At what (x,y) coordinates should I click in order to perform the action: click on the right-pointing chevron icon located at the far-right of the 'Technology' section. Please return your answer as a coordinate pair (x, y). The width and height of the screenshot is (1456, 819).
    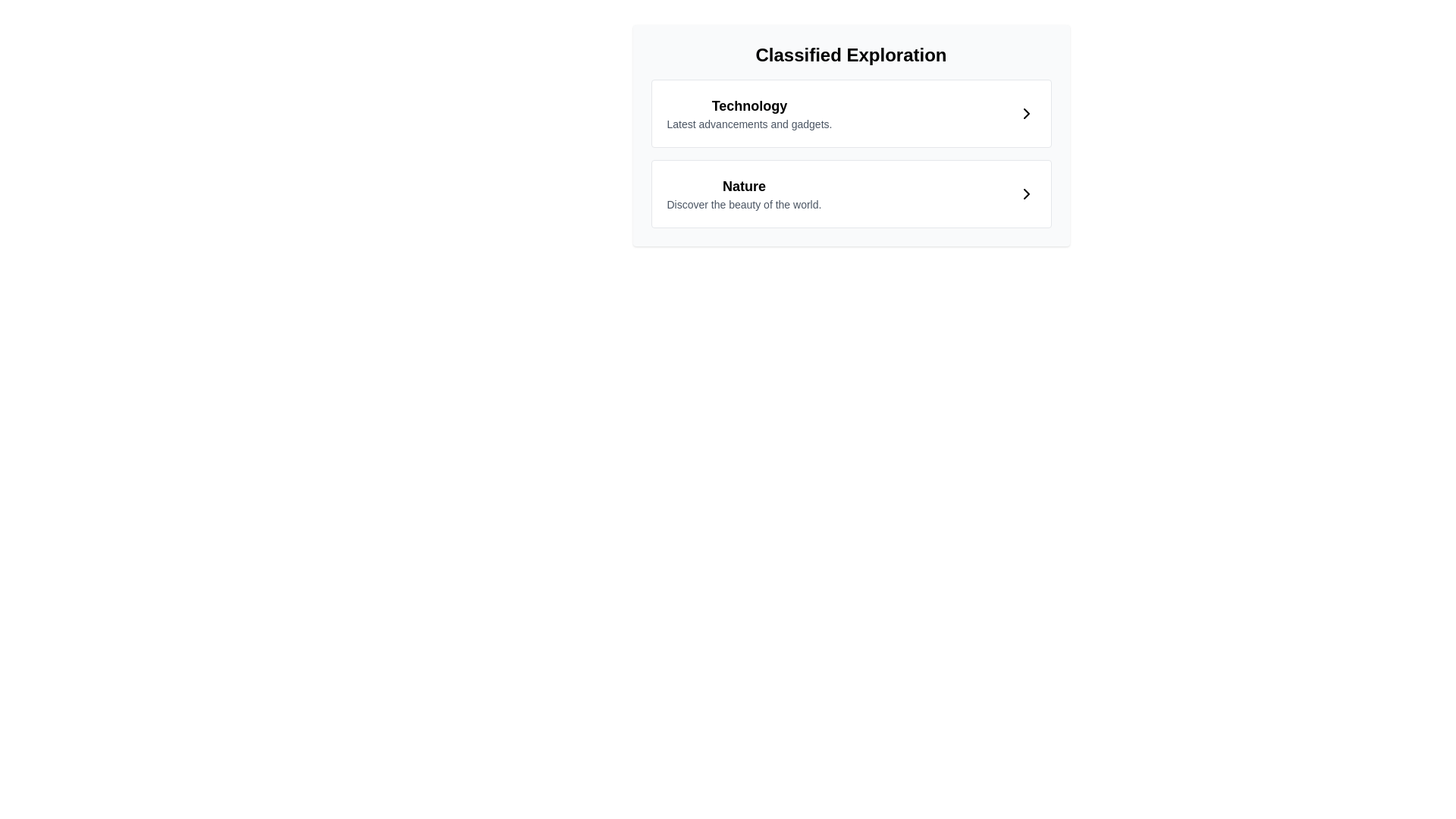
    Looking at the image, I should click on (1026, 113).